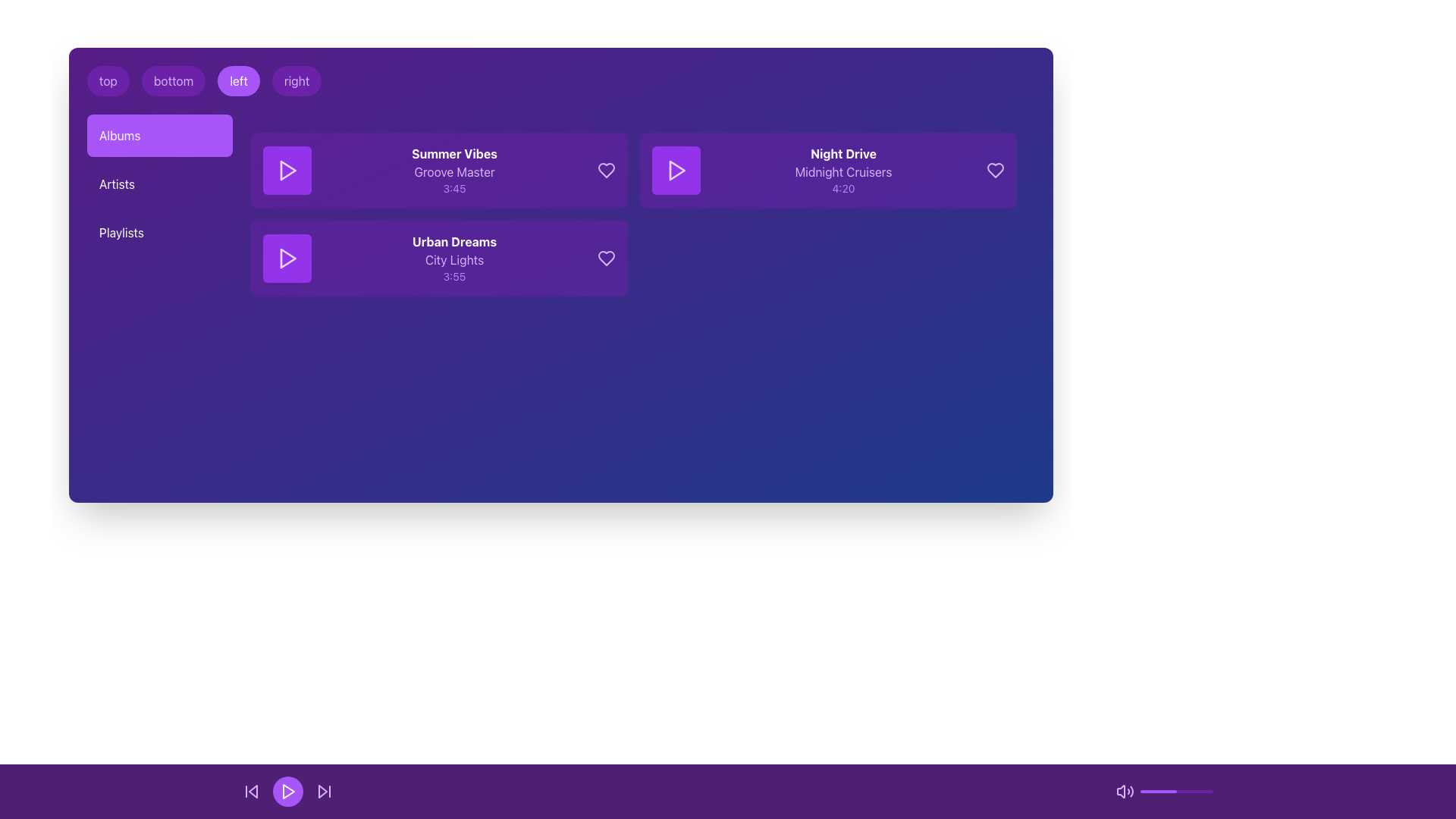 This screenshot has width=1456, height=819. I want to click on the 'Artists' button, which is the second button in a vertical list, so click(160, 184).